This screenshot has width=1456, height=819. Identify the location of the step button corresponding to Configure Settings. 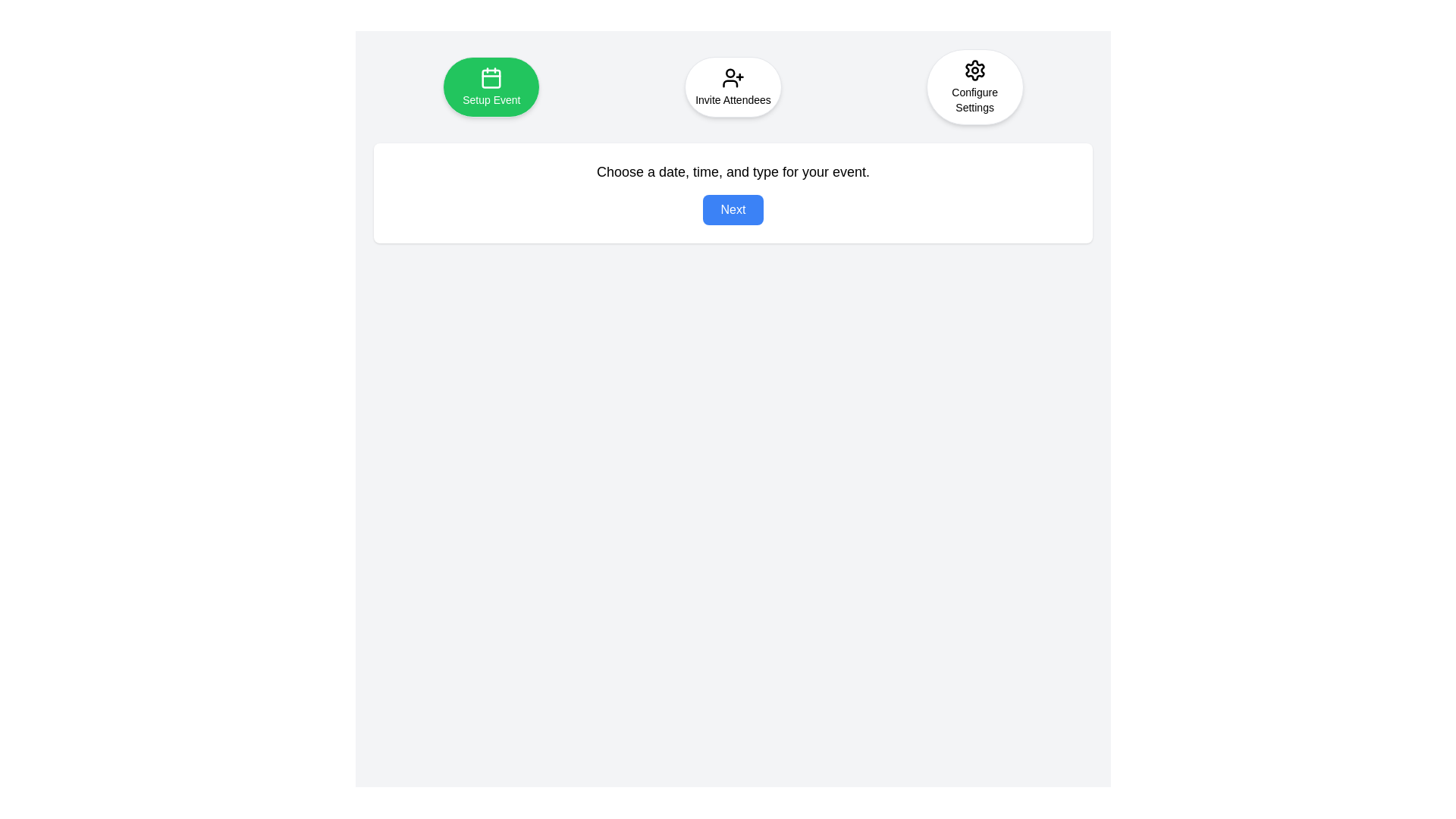
(974, 87).